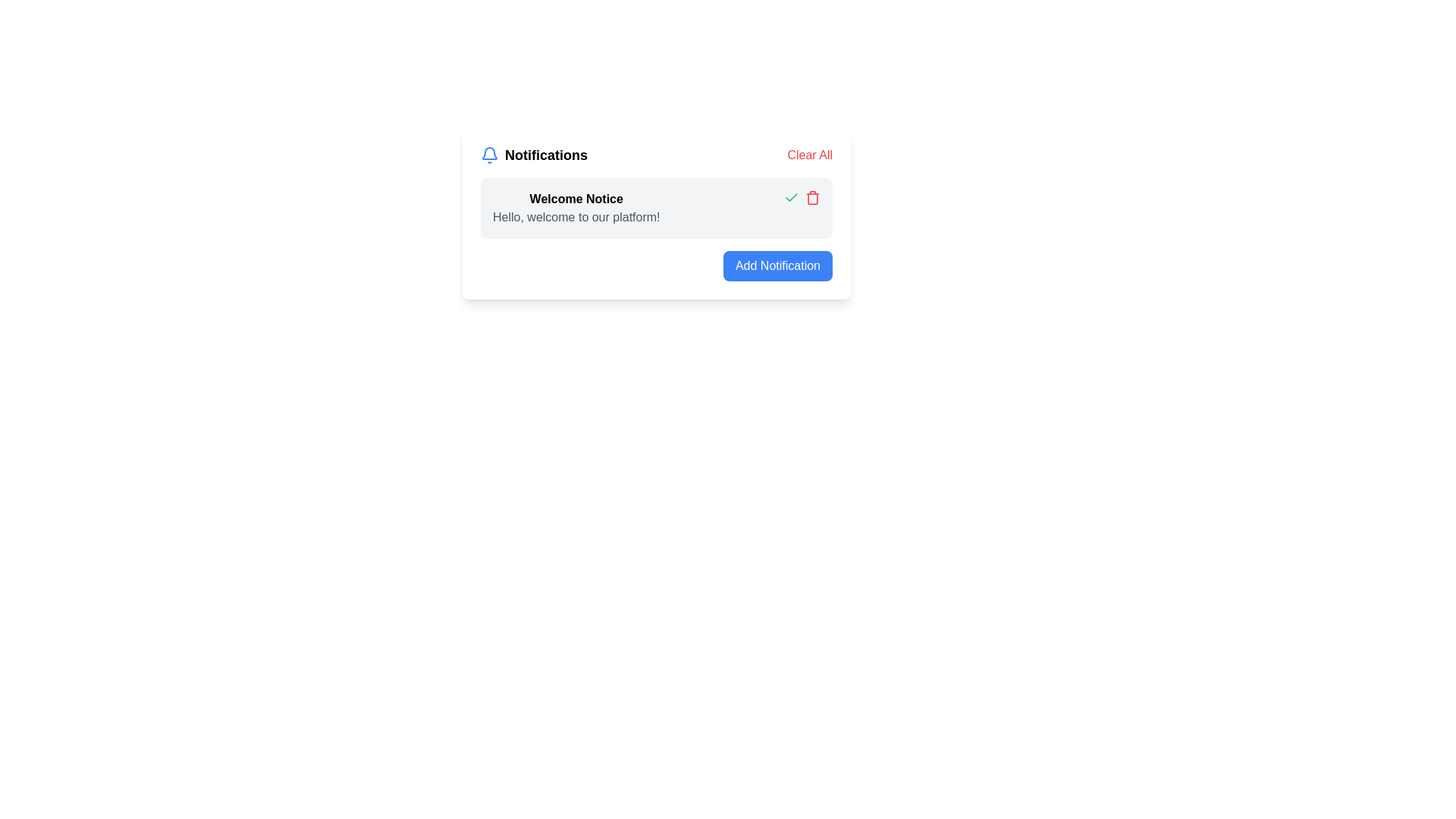 Image resolution: width=1456 pixels, height=819 pixels. Describe the element at coordinates (490, 155) in the screenshot. I see `the blue bell icon located to the left of the 'Notifications' text in the notification panel` at that location.